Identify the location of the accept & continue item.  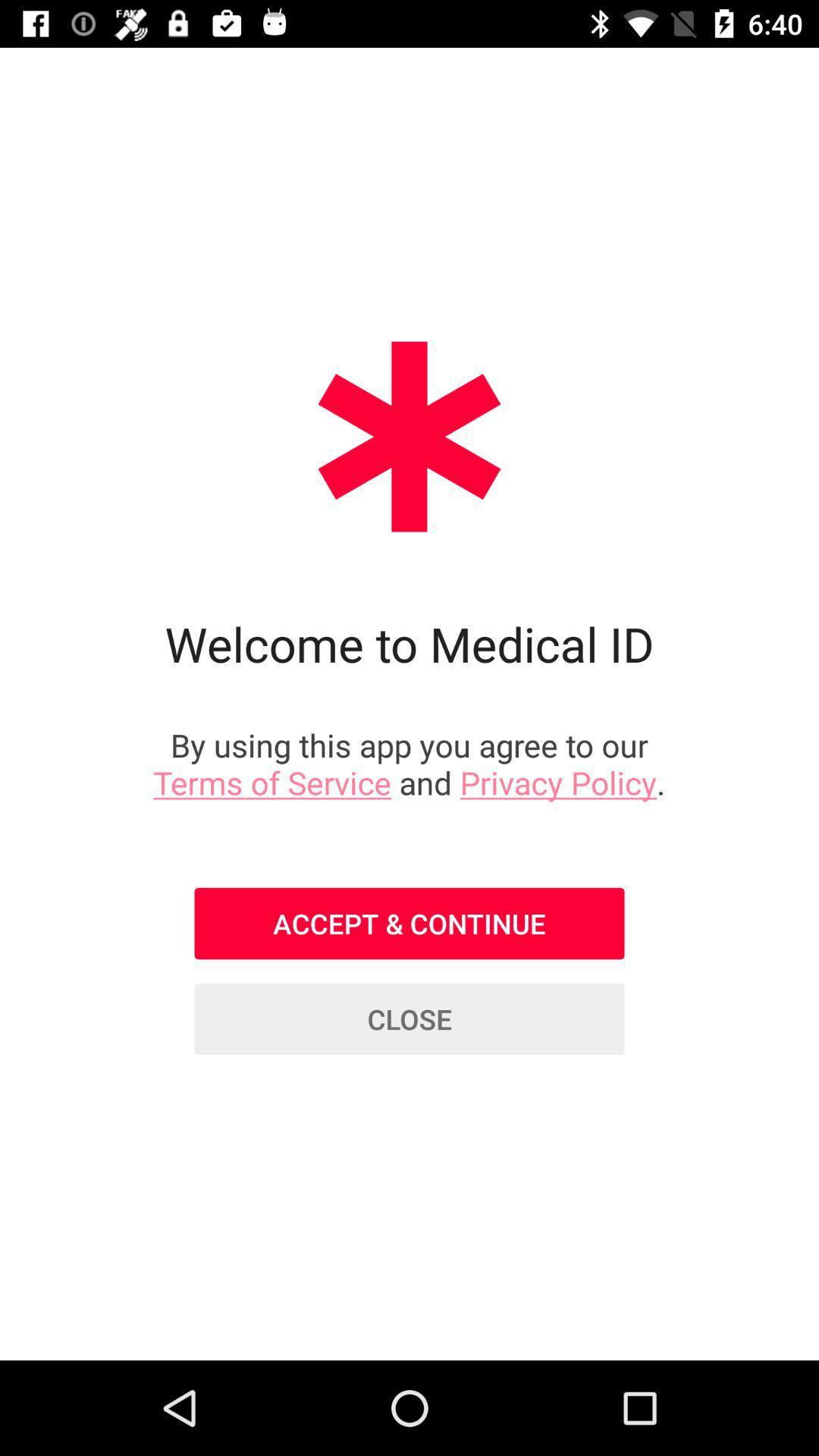
(409, 923).